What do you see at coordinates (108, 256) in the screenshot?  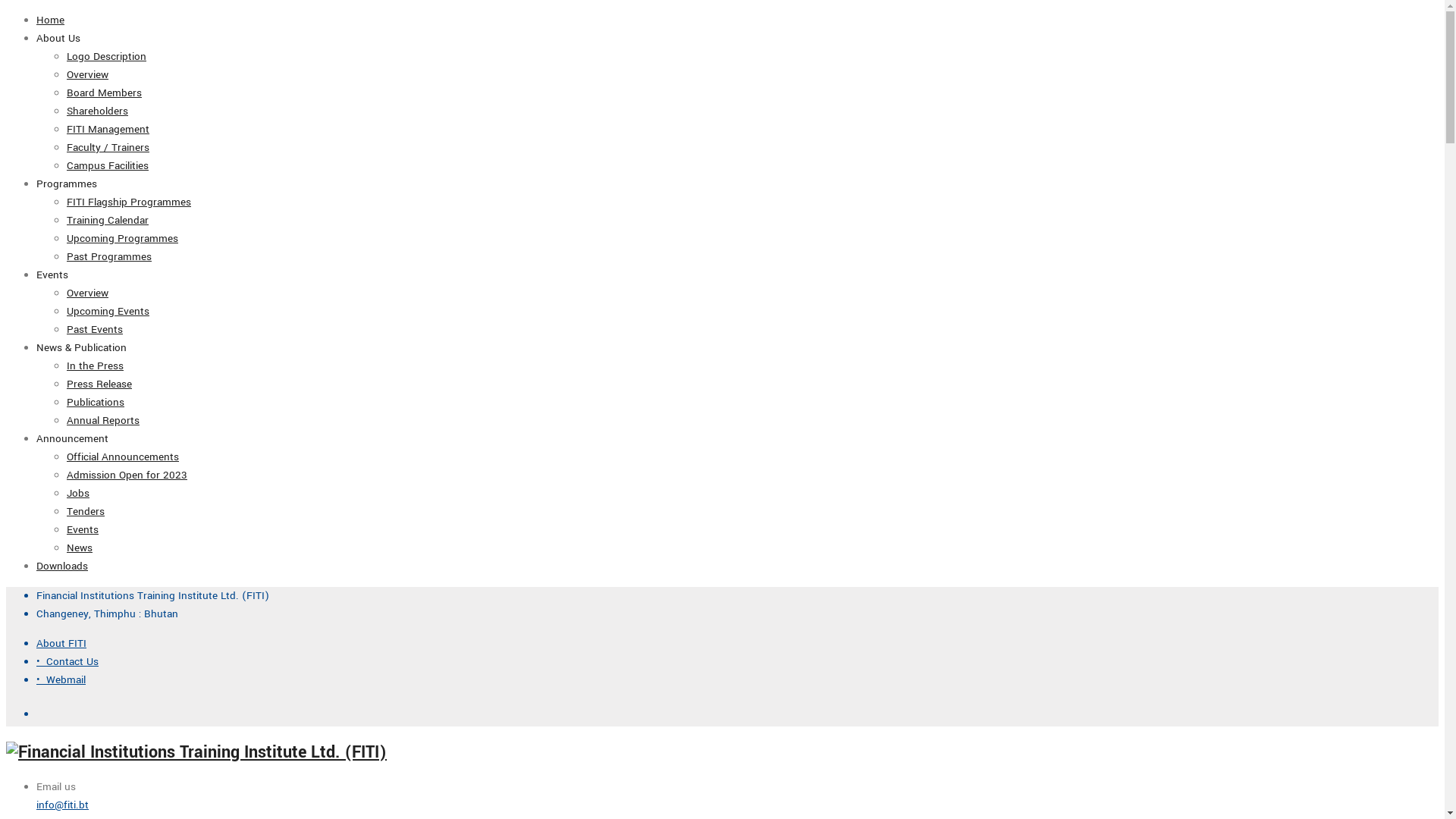 I see `'Past Programmes'` at bounding box center [108, 256].